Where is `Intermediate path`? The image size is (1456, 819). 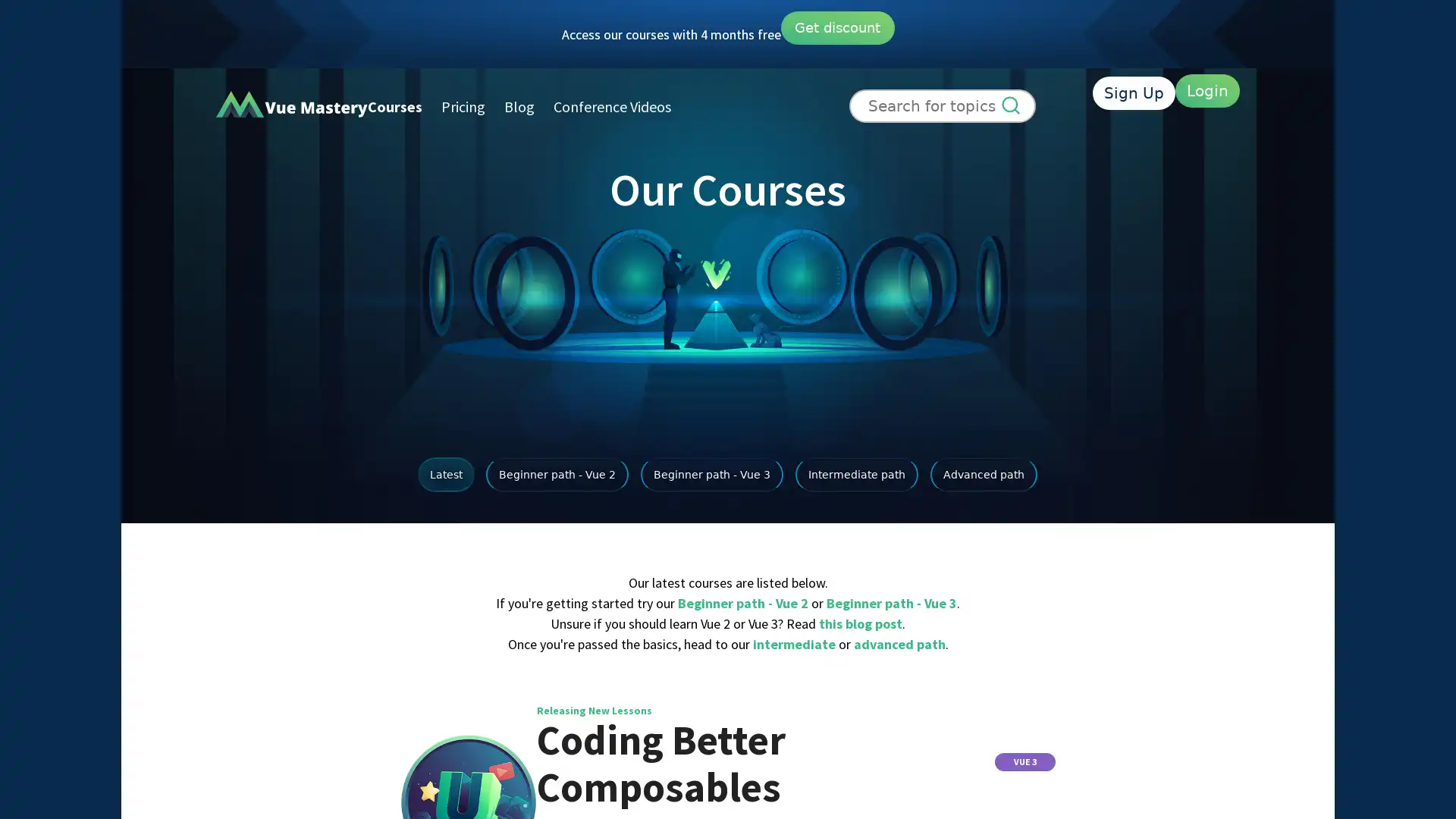 Intermediate path is located at coordinates (904, 473).